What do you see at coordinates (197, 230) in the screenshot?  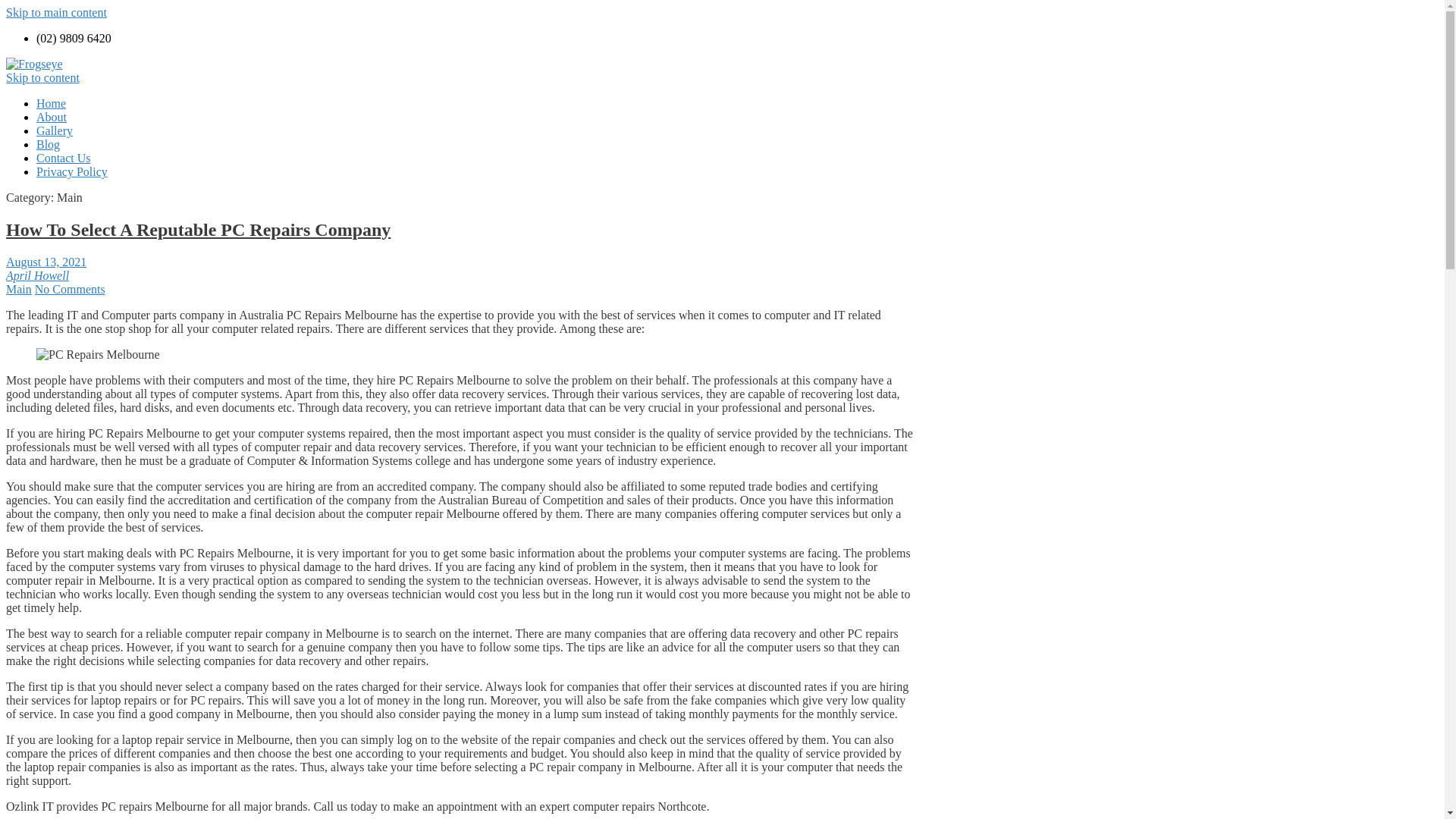 I see `'How To Select A Reputable PC Repairs Company'` at bounding box center [197, 230].